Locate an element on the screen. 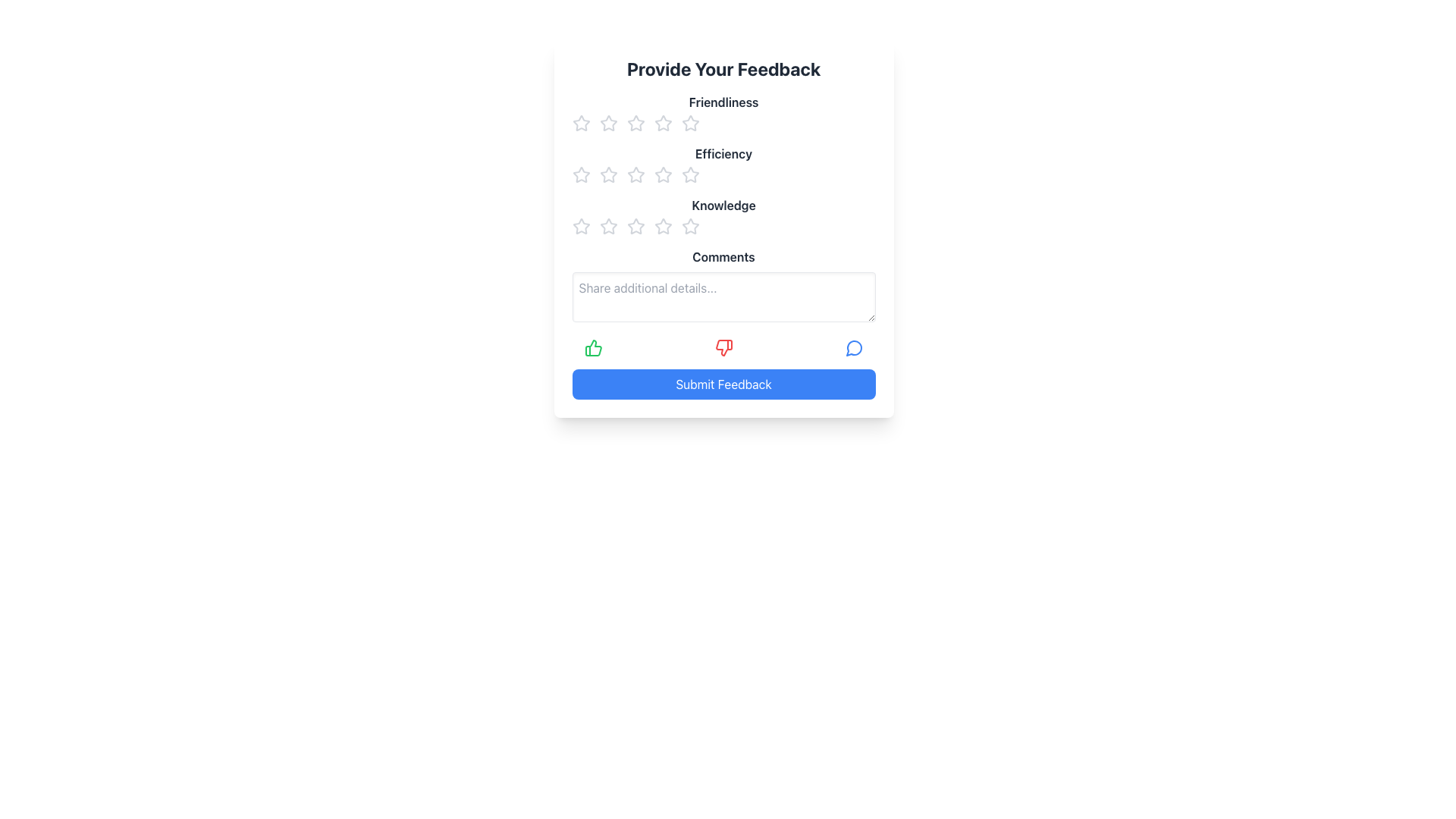 The image size is (1456, 819). the fourth star icon under the 'Friendliness' heading in the rating system to indicate a rating value is located at coordinates (663, 122).